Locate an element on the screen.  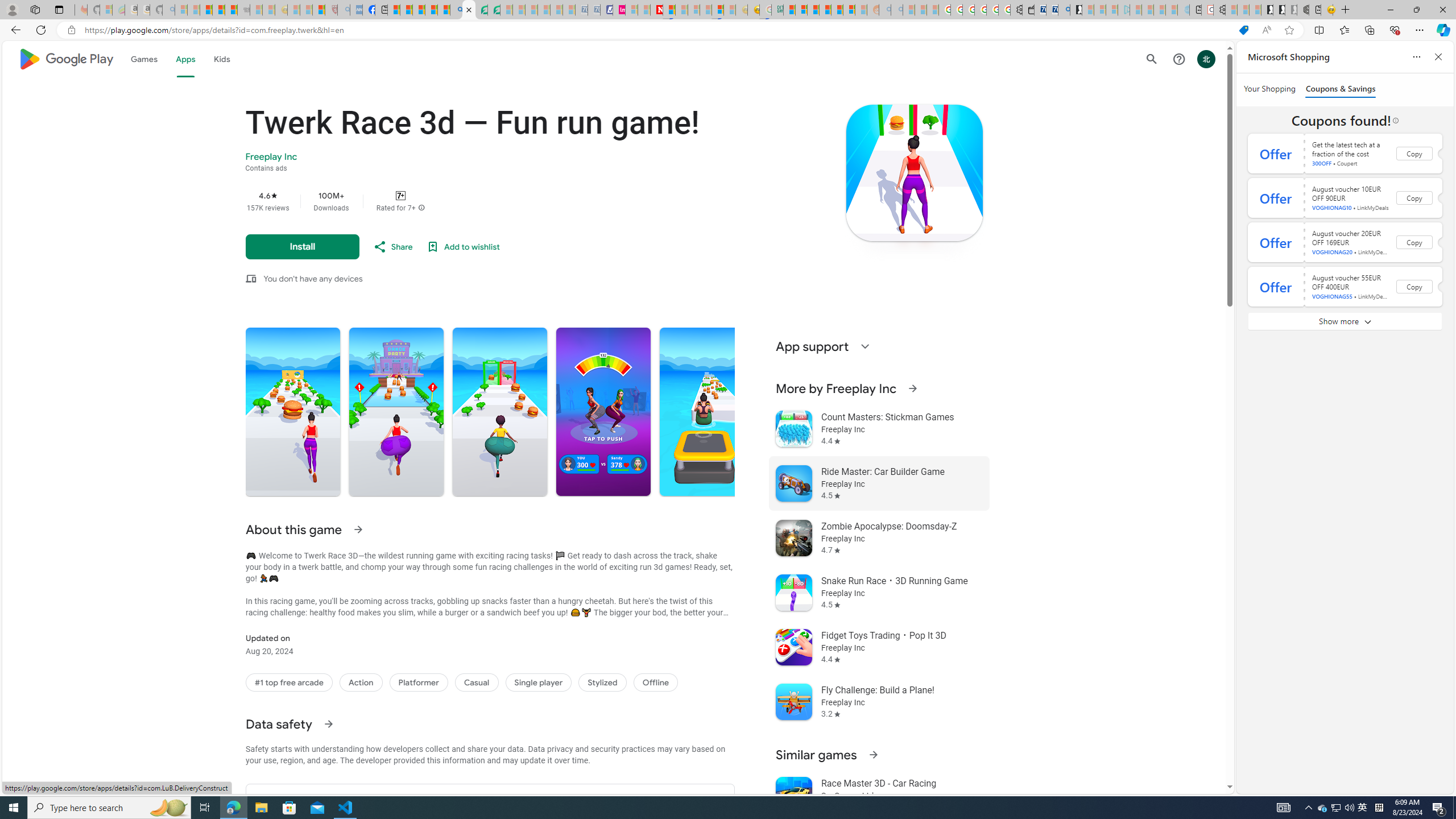
'Browser essentials' is located at coordinates (1394, 29).